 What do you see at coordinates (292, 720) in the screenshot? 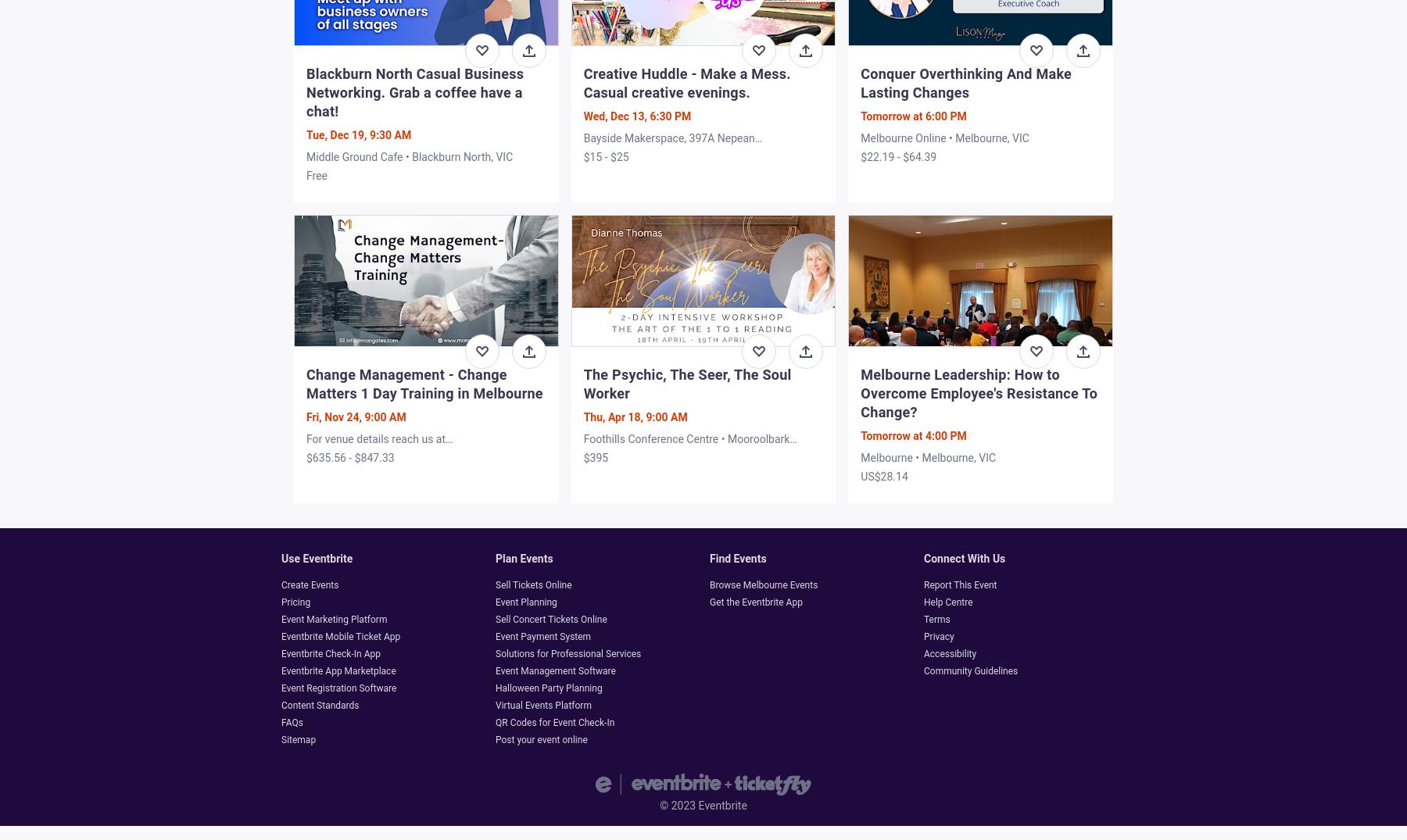
I see `'FAQs'` at bounding box center [292, 720].